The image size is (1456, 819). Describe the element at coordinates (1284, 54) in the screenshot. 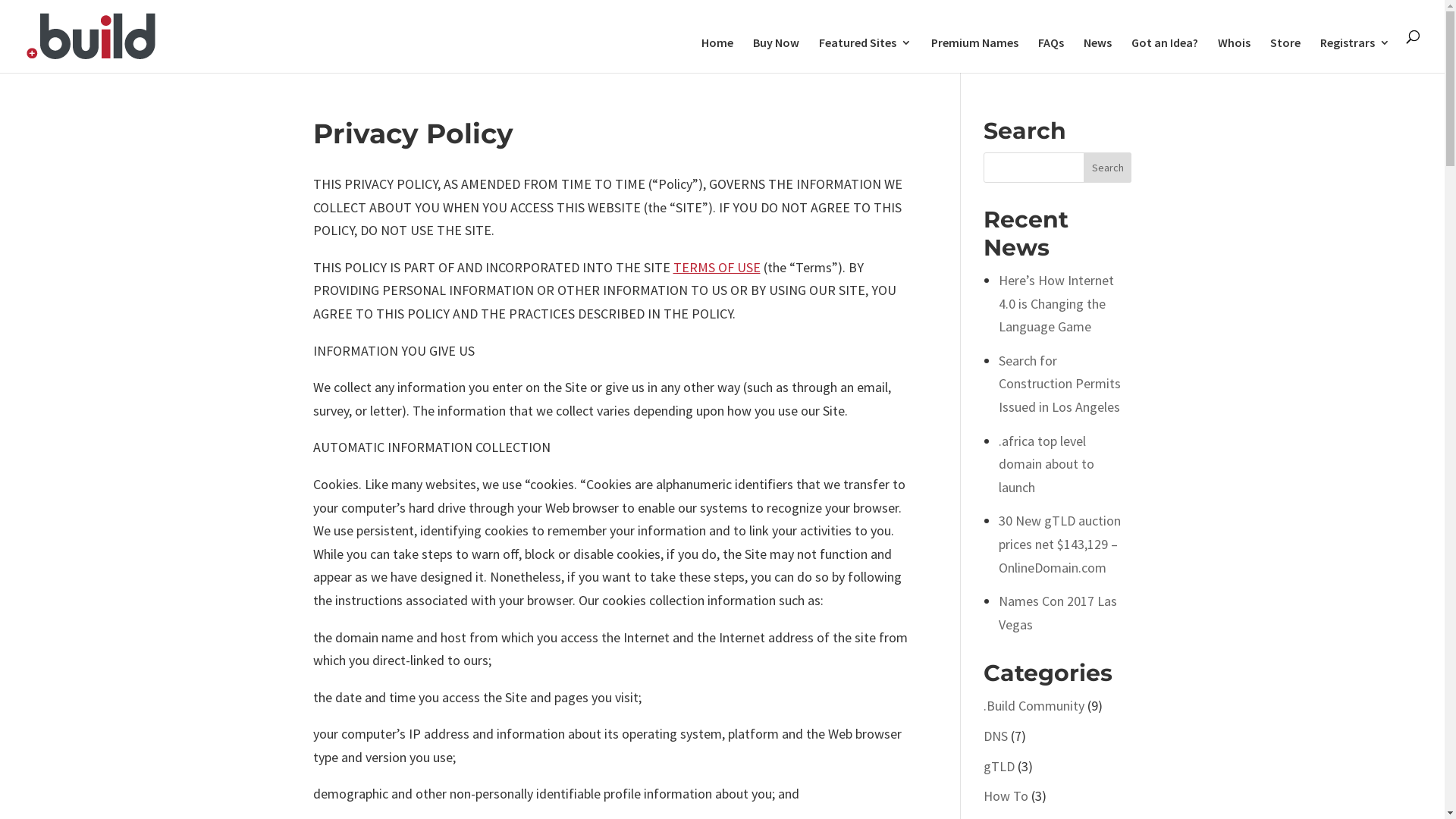

I see `'Store'` at that location.